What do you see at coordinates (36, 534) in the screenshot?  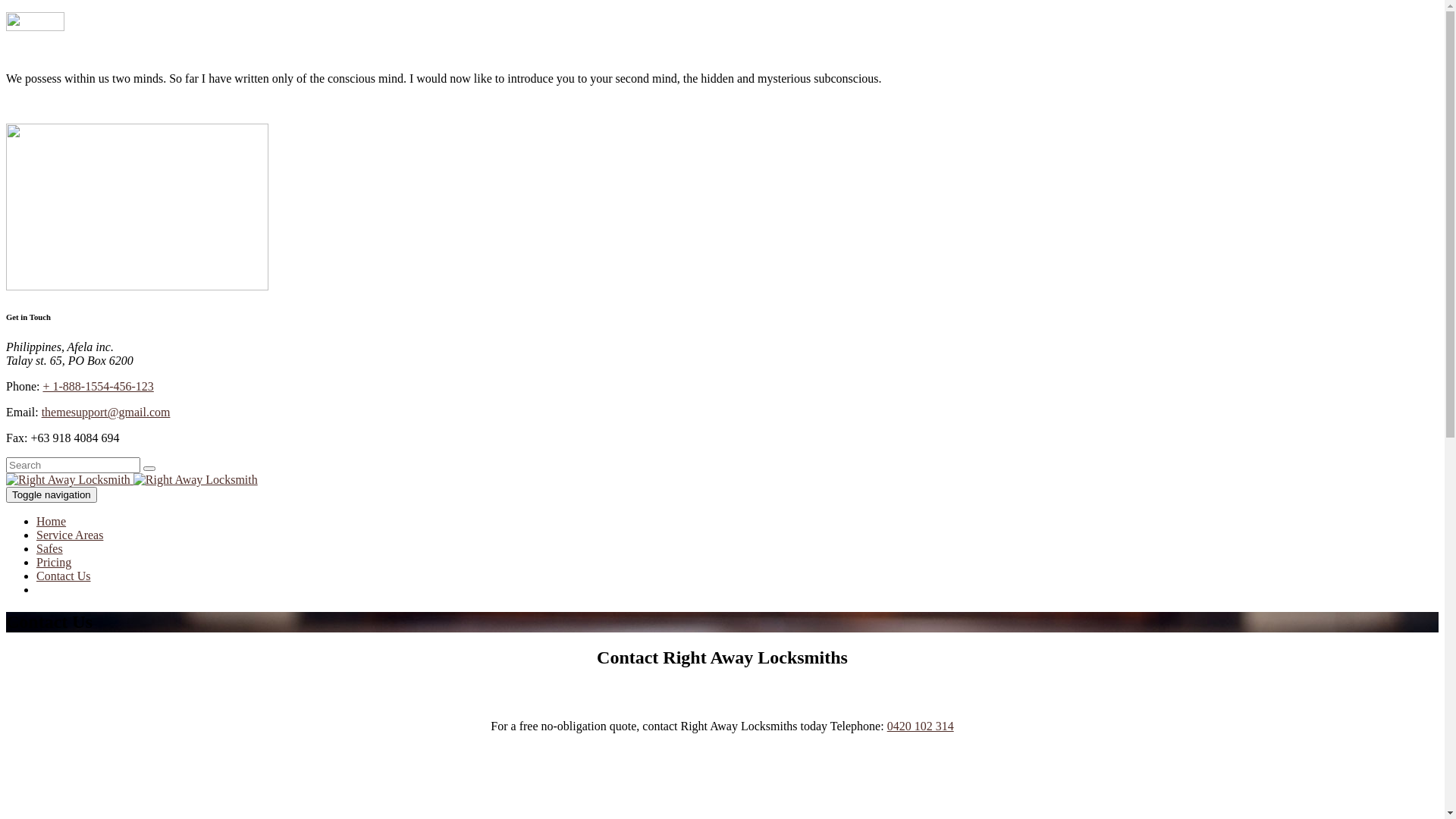 I see `'Service Areas'` at bounding box center [36, 534].